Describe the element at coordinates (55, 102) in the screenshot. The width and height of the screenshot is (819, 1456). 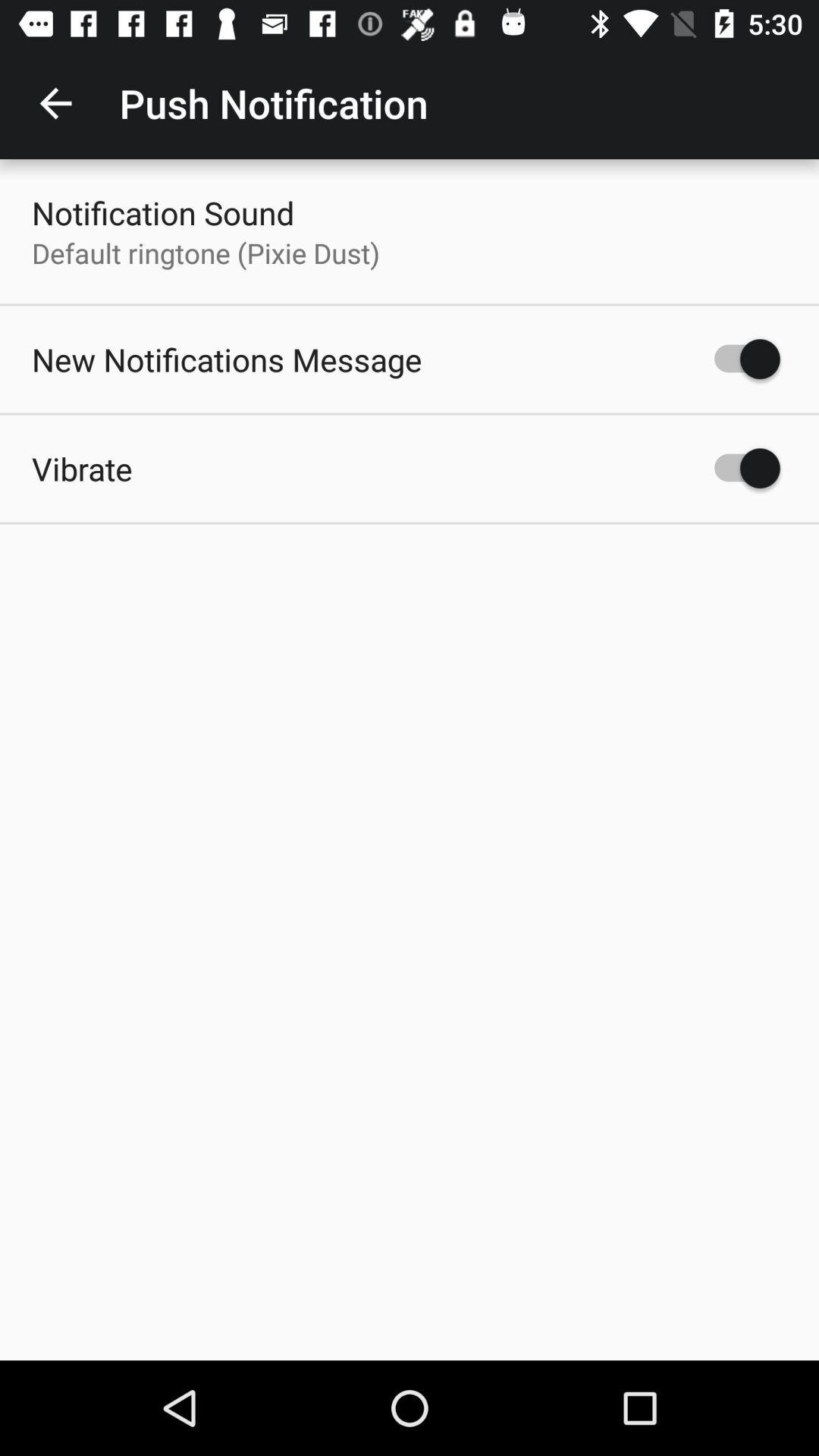
I see `the icon above the notification sound item` at that location.